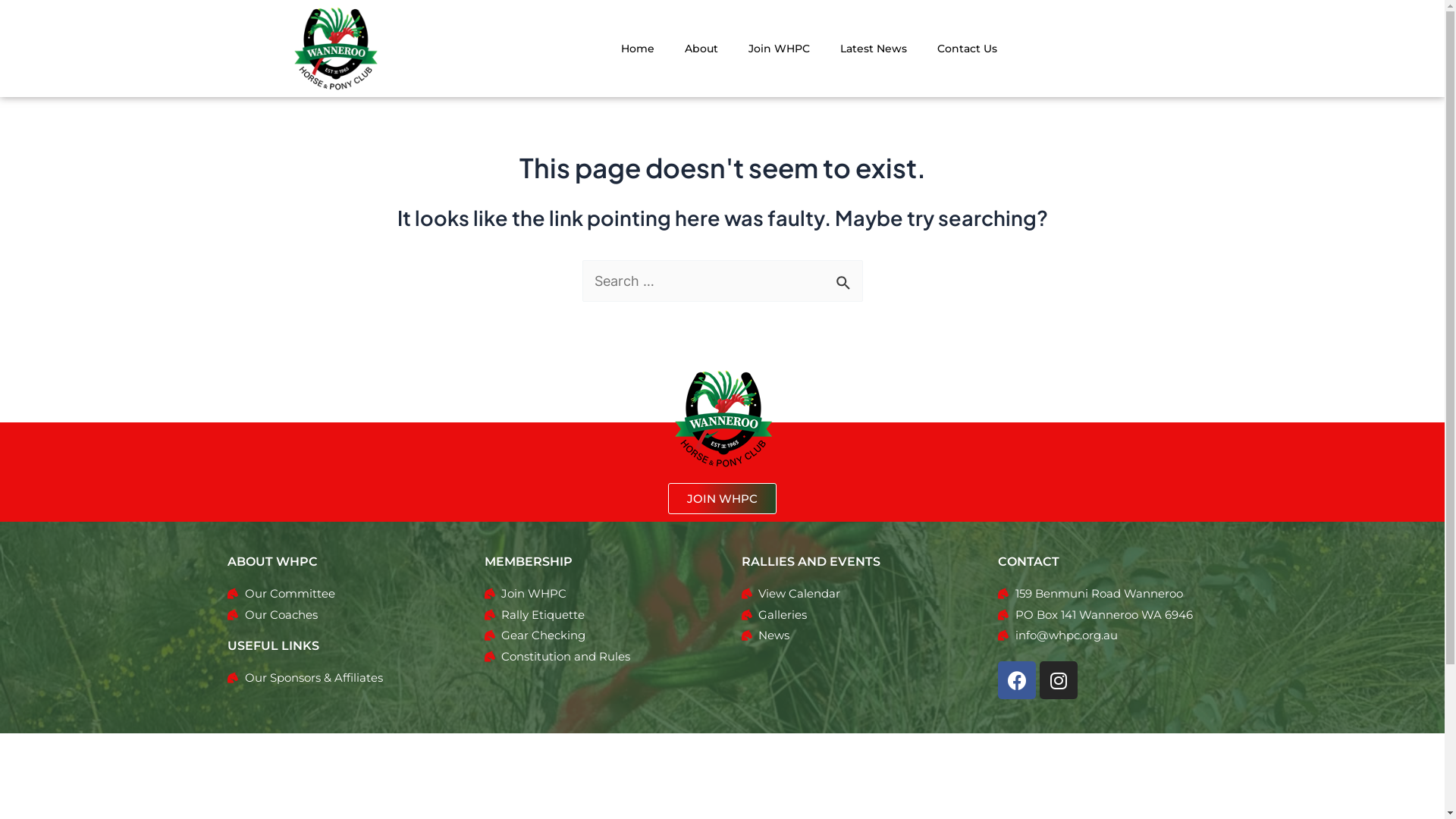 This screenshot has height=819, width=1456. Describe the element at coordinates (966, 48) in the screenshot. I see `'Contact Us'` at that location.